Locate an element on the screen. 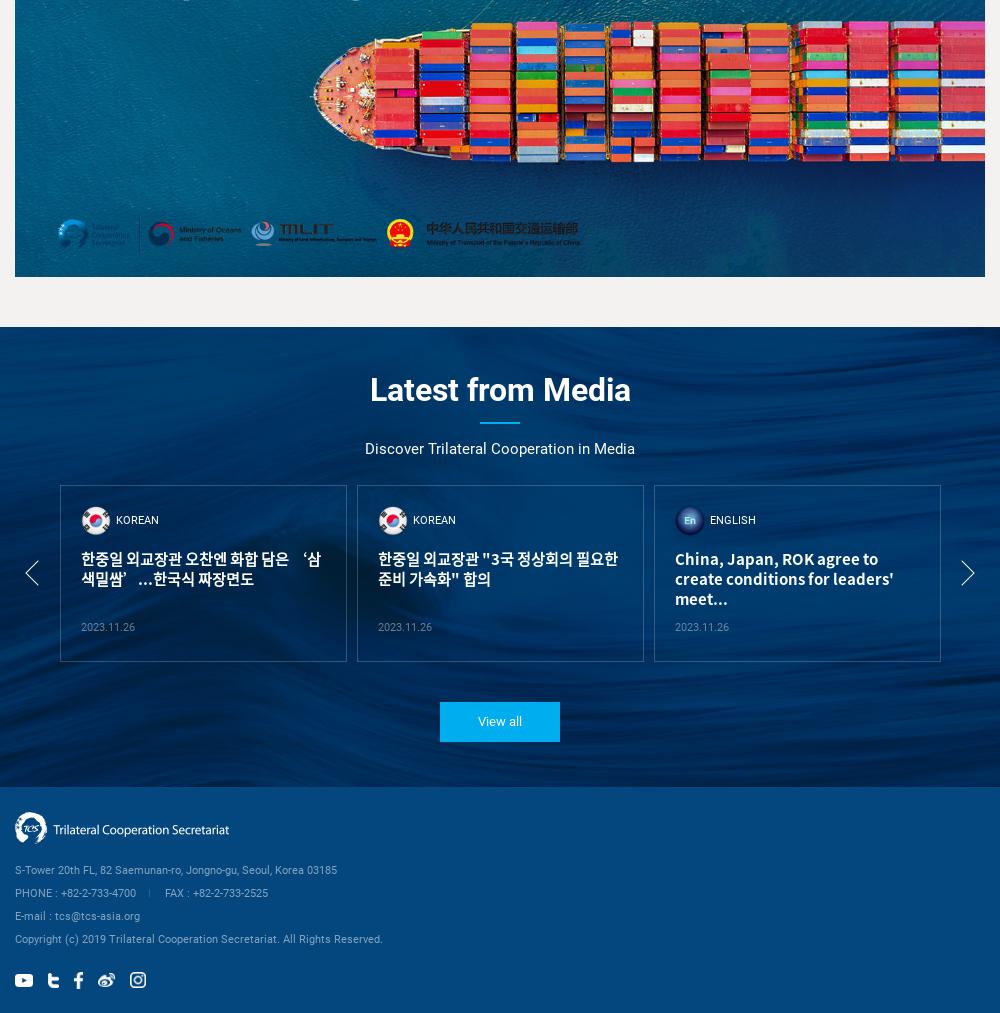 Image resolution: width=1000 pixels, height=1013 pixels. '한중일 외교장관 "3국 정상회의 필요한 준비 가속화" 합의' is located at coordinates (213, 567).